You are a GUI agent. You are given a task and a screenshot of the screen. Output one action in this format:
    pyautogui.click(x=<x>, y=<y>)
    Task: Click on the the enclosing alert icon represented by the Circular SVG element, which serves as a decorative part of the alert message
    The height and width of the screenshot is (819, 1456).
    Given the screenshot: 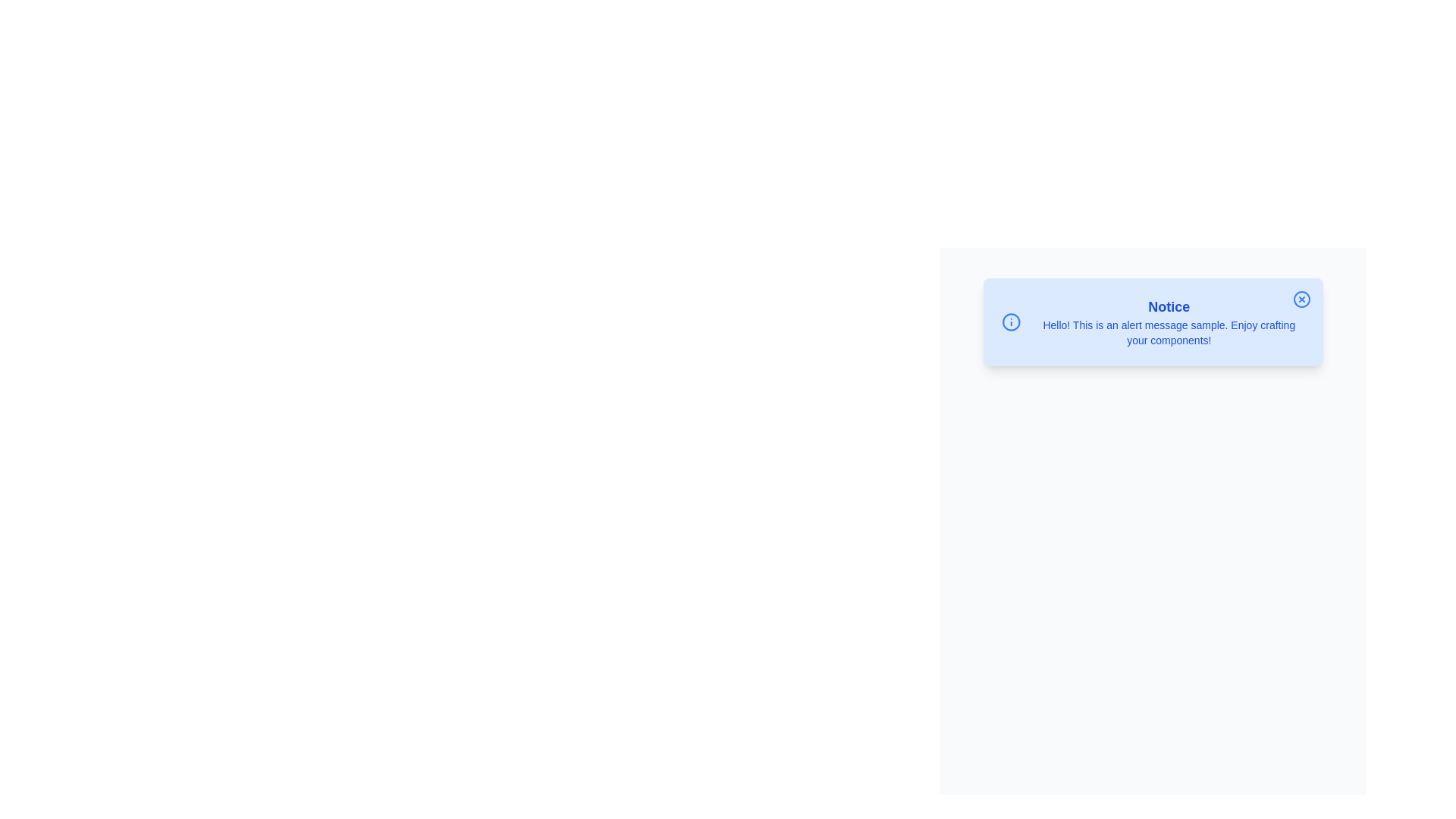 What is the action you would take?
    pyautogui.click(x=1011, y=321)
    